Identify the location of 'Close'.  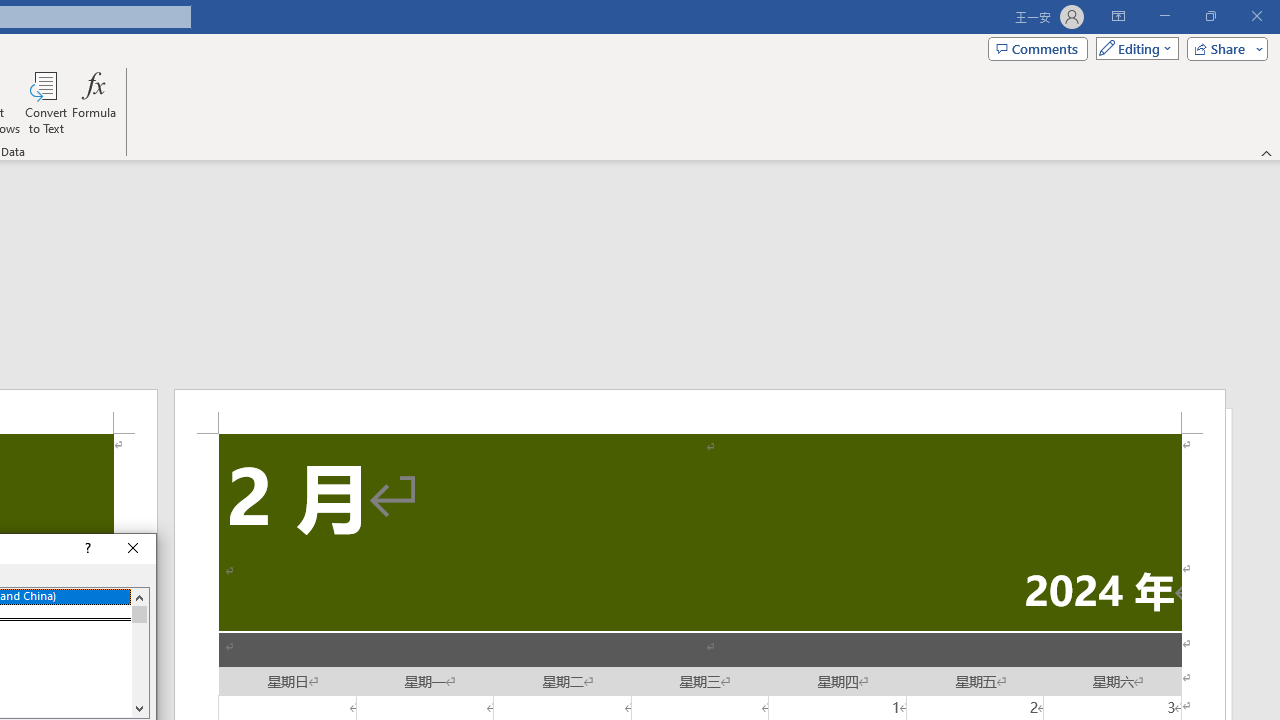
(132, 549).